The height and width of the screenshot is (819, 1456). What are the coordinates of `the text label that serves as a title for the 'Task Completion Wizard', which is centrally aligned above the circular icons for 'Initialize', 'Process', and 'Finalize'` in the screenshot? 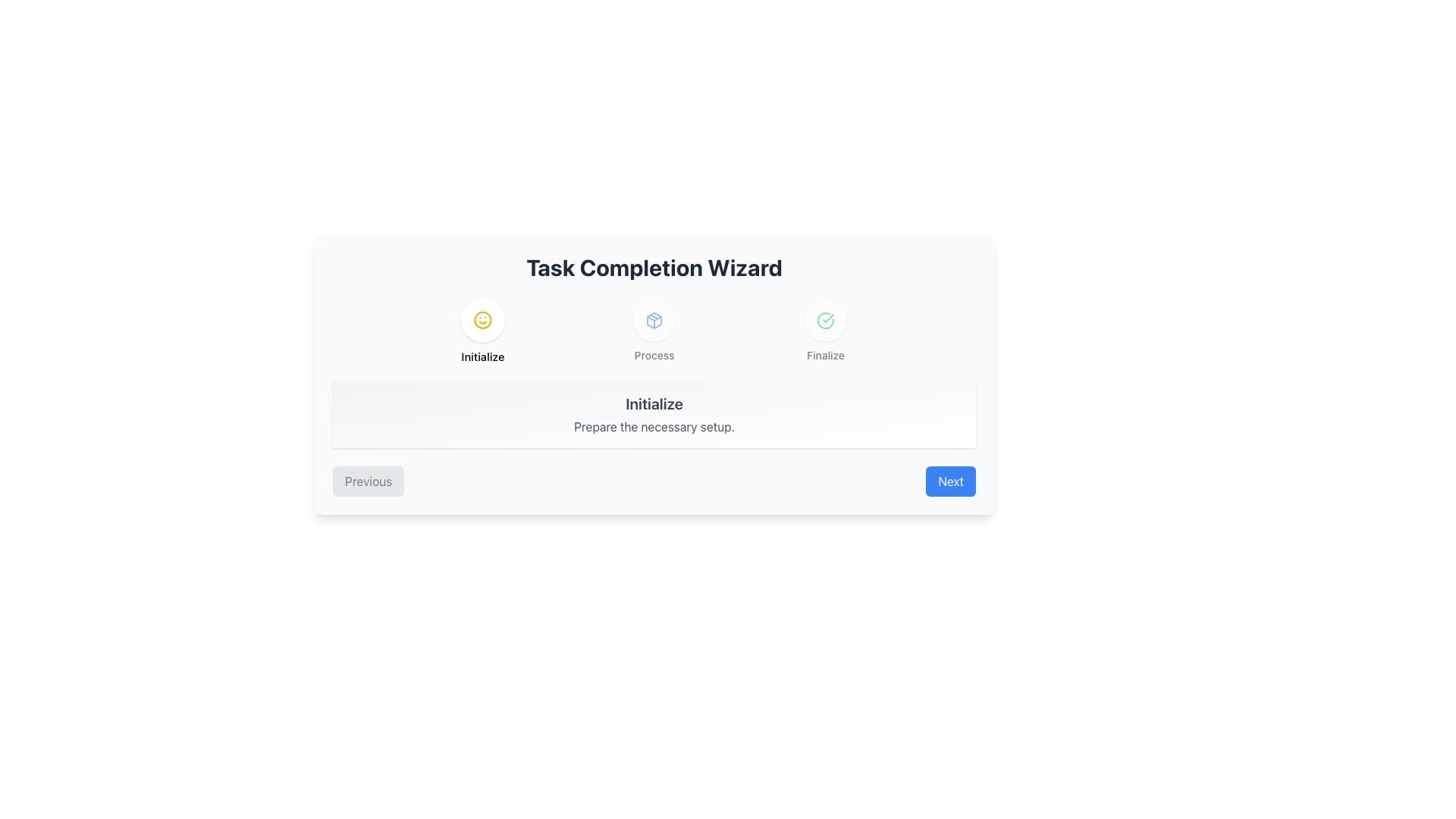 It's located at (654, 267).